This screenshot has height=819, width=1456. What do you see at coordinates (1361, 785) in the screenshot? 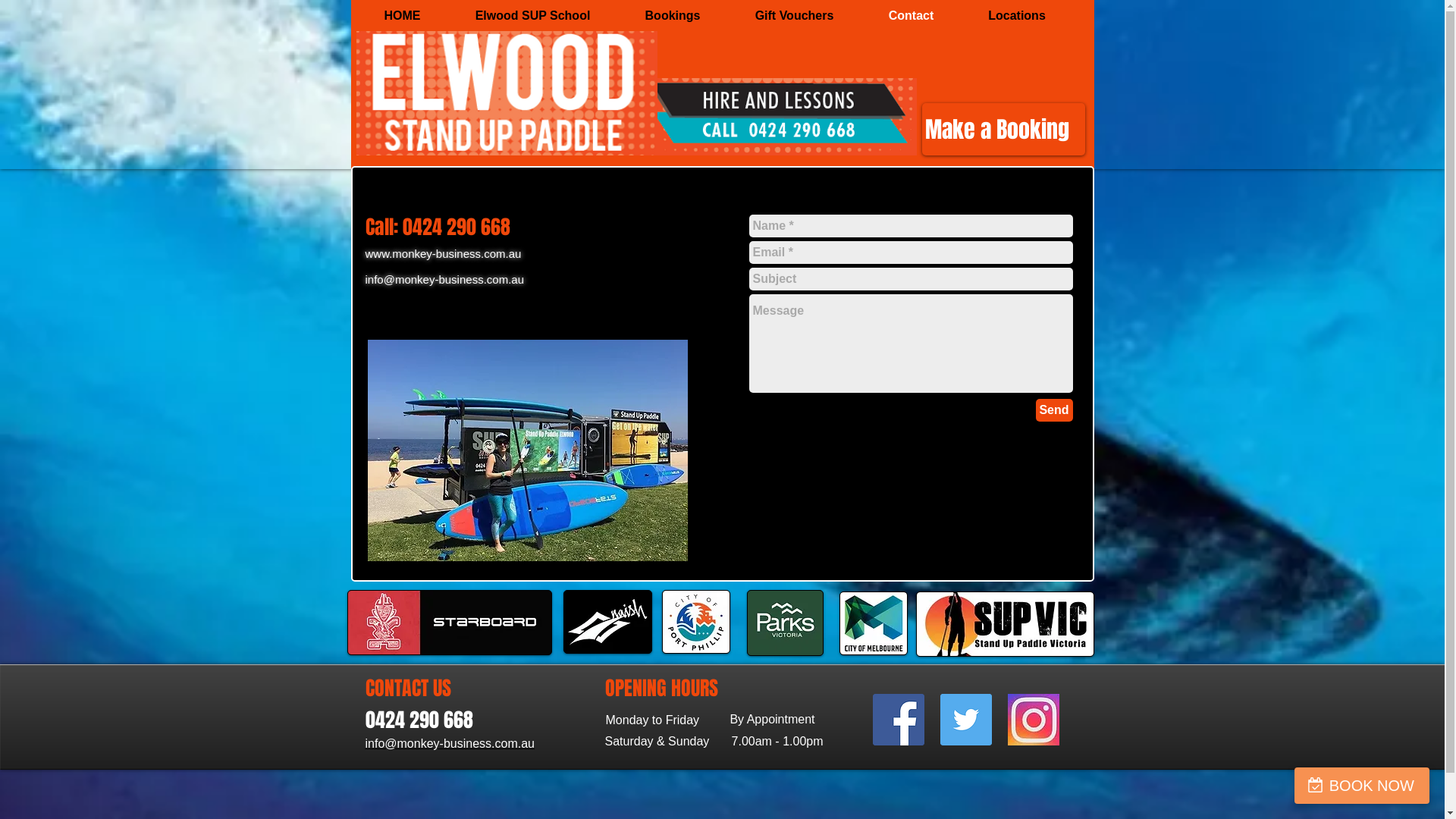
I see `'BOOK NOW'` at bounding box center [1361, 785].